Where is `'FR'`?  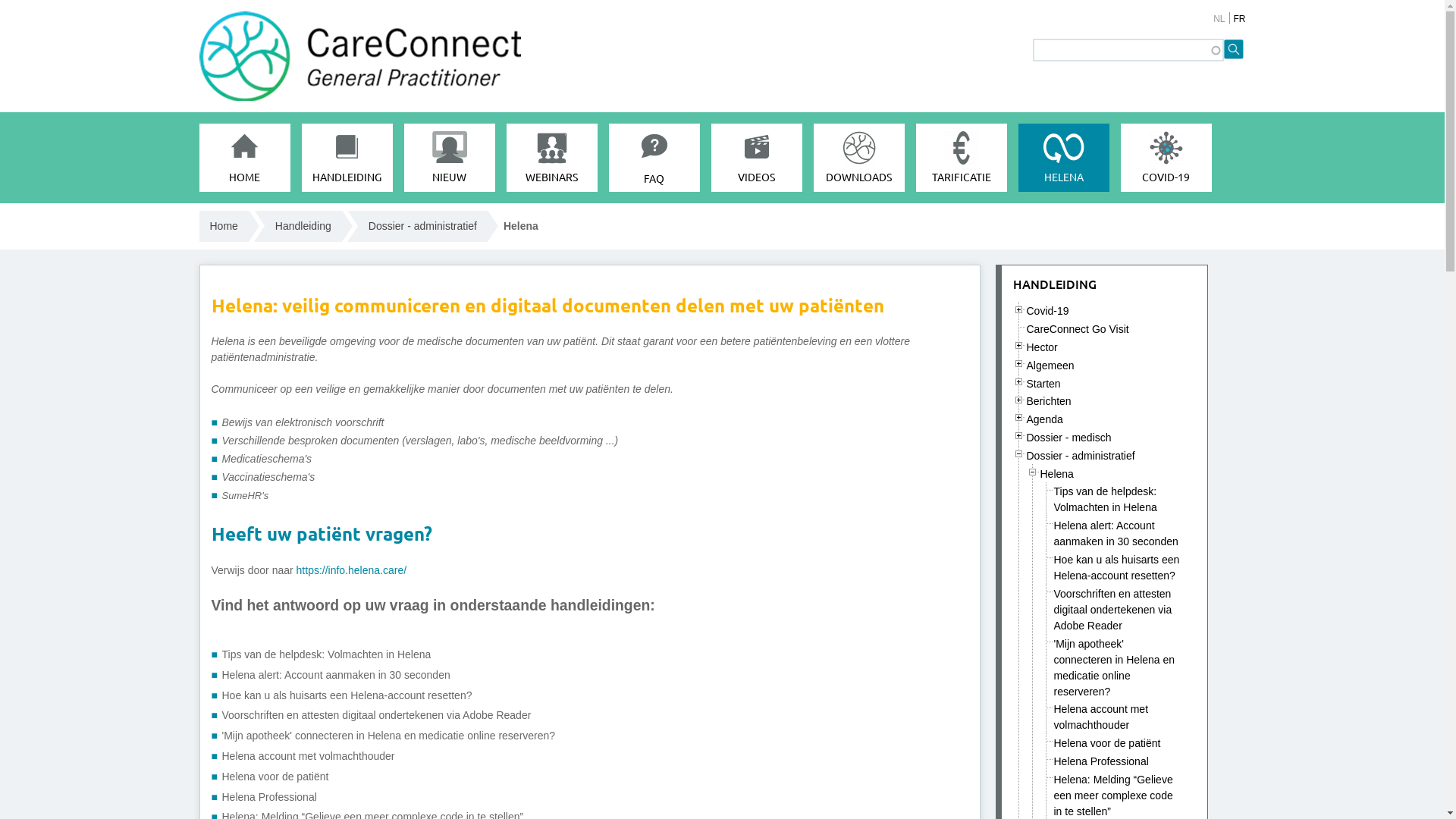 'FR' is located at coordinates (1233, 18).